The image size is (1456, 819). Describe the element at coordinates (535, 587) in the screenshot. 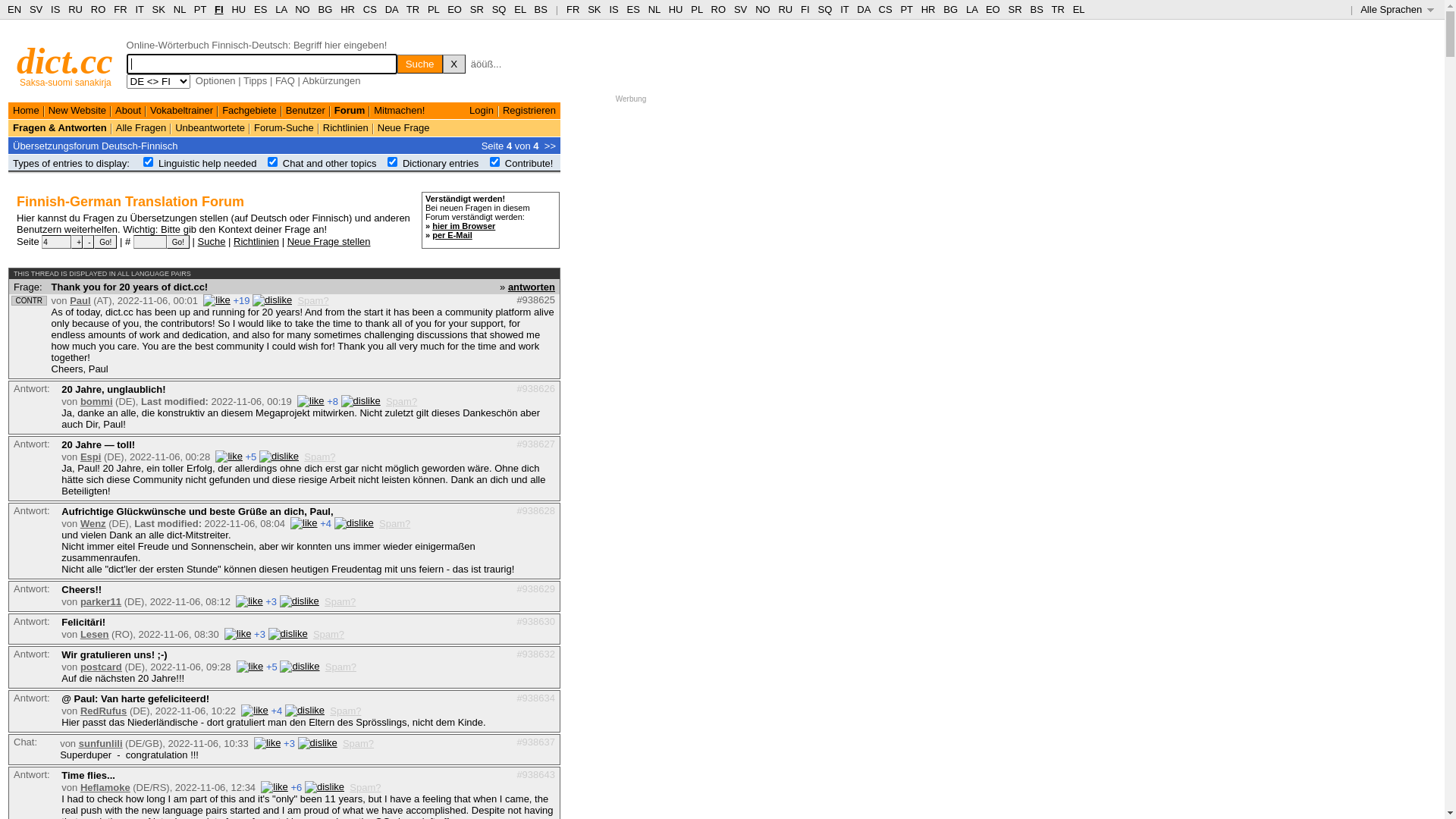

I see `'#938629'` at that location.